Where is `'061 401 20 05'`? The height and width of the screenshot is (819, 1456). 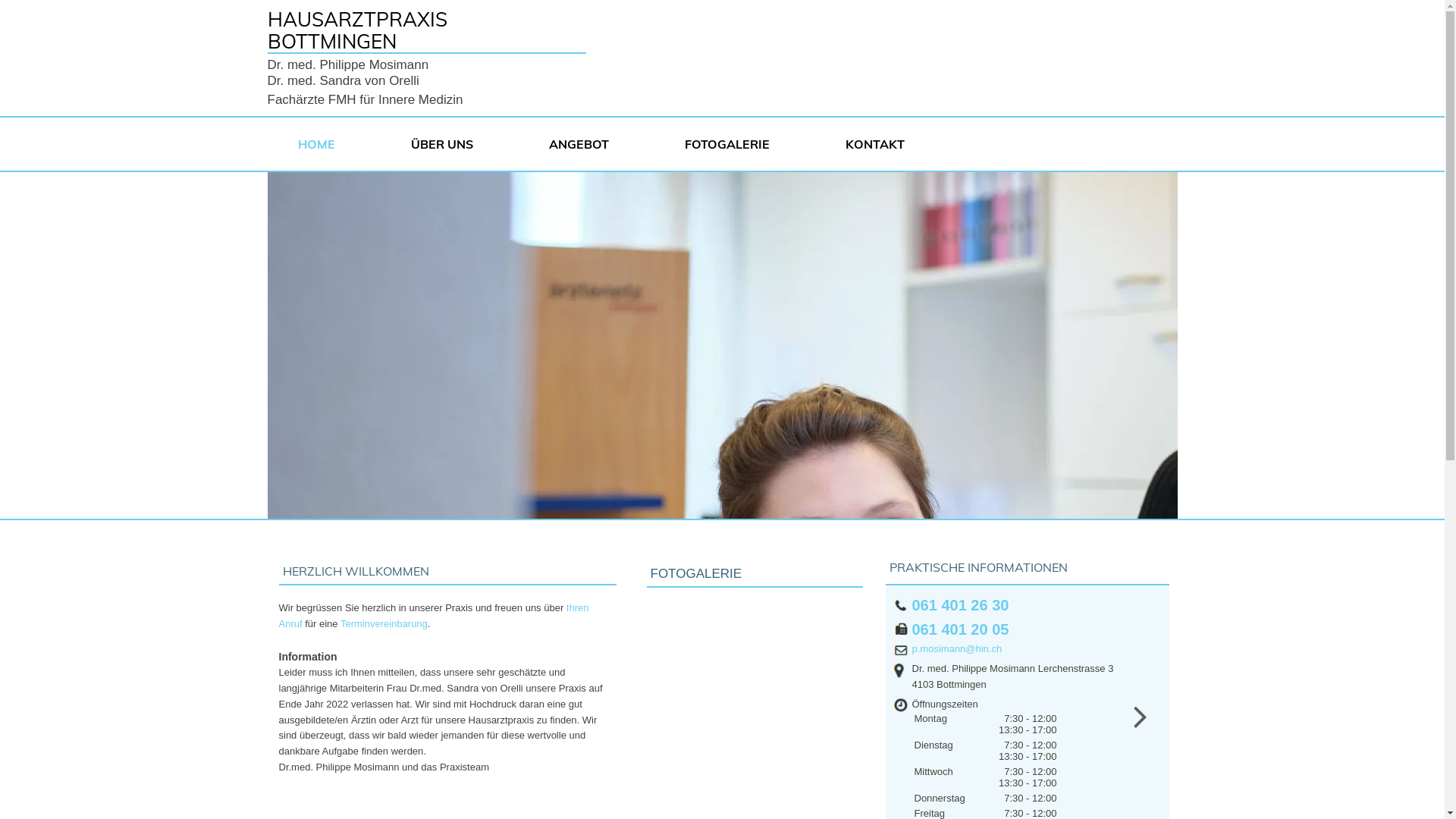
'061 401 20 05' is located at coordinates (959, 629).